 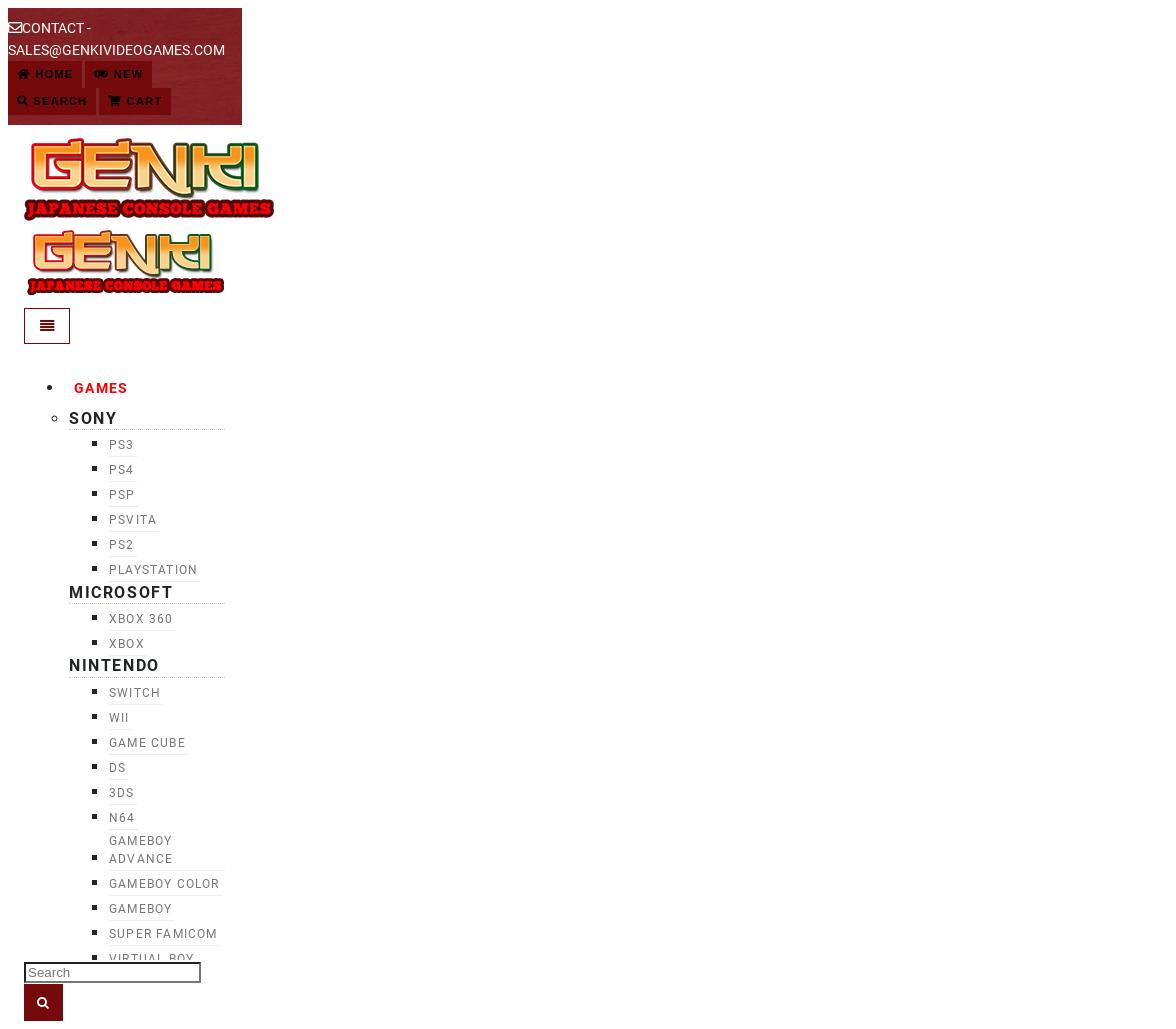 What do you see at coordinates (141, 100) in the screenshot?
I see `'Cart'` at bounding box center [141, 100].